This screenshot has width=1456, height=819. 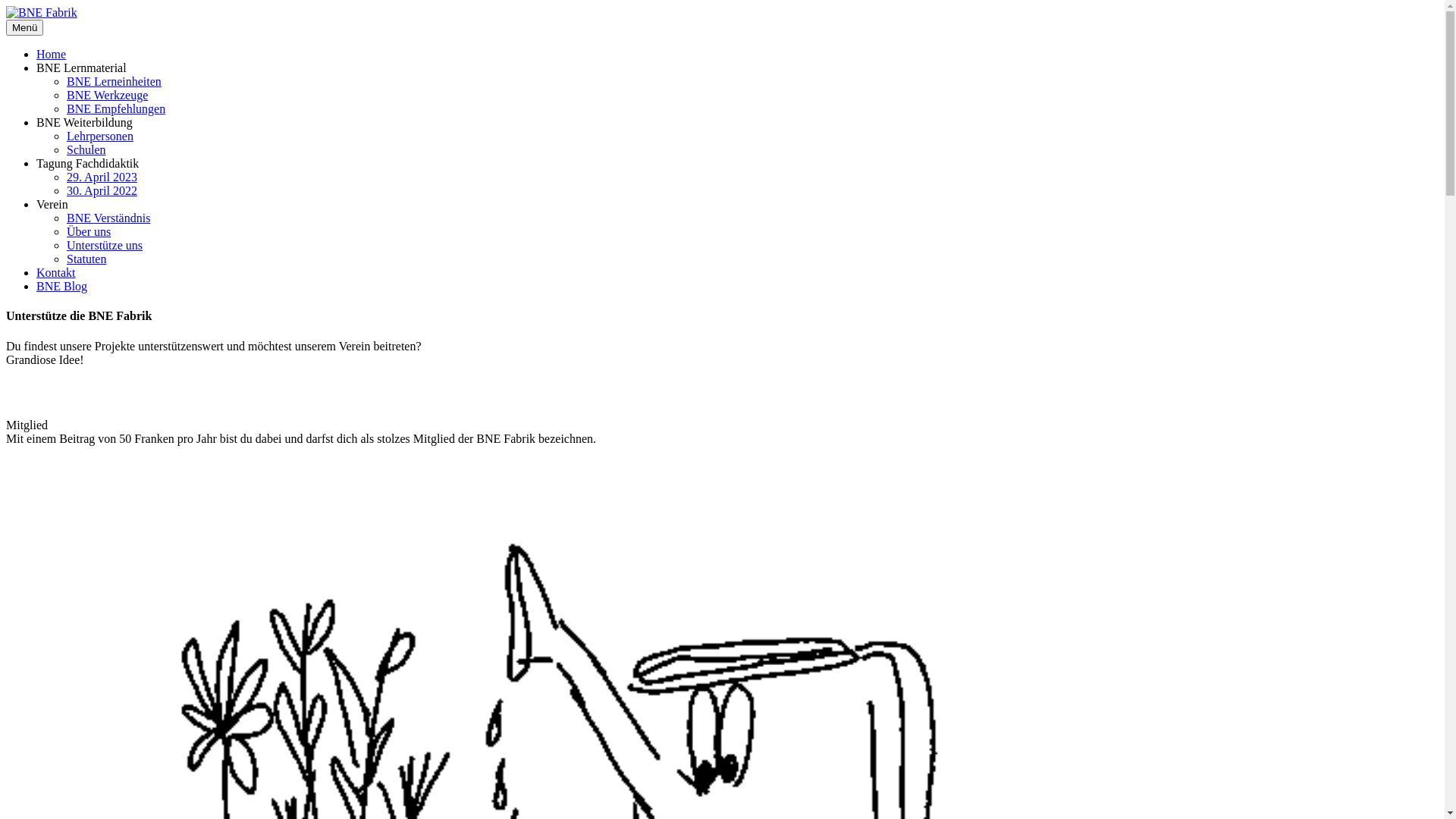 What do you see at coordinates (115, 108) in the screenshot?
I see `'BNE Empfehlungen'` at bounding box center [115, 108].